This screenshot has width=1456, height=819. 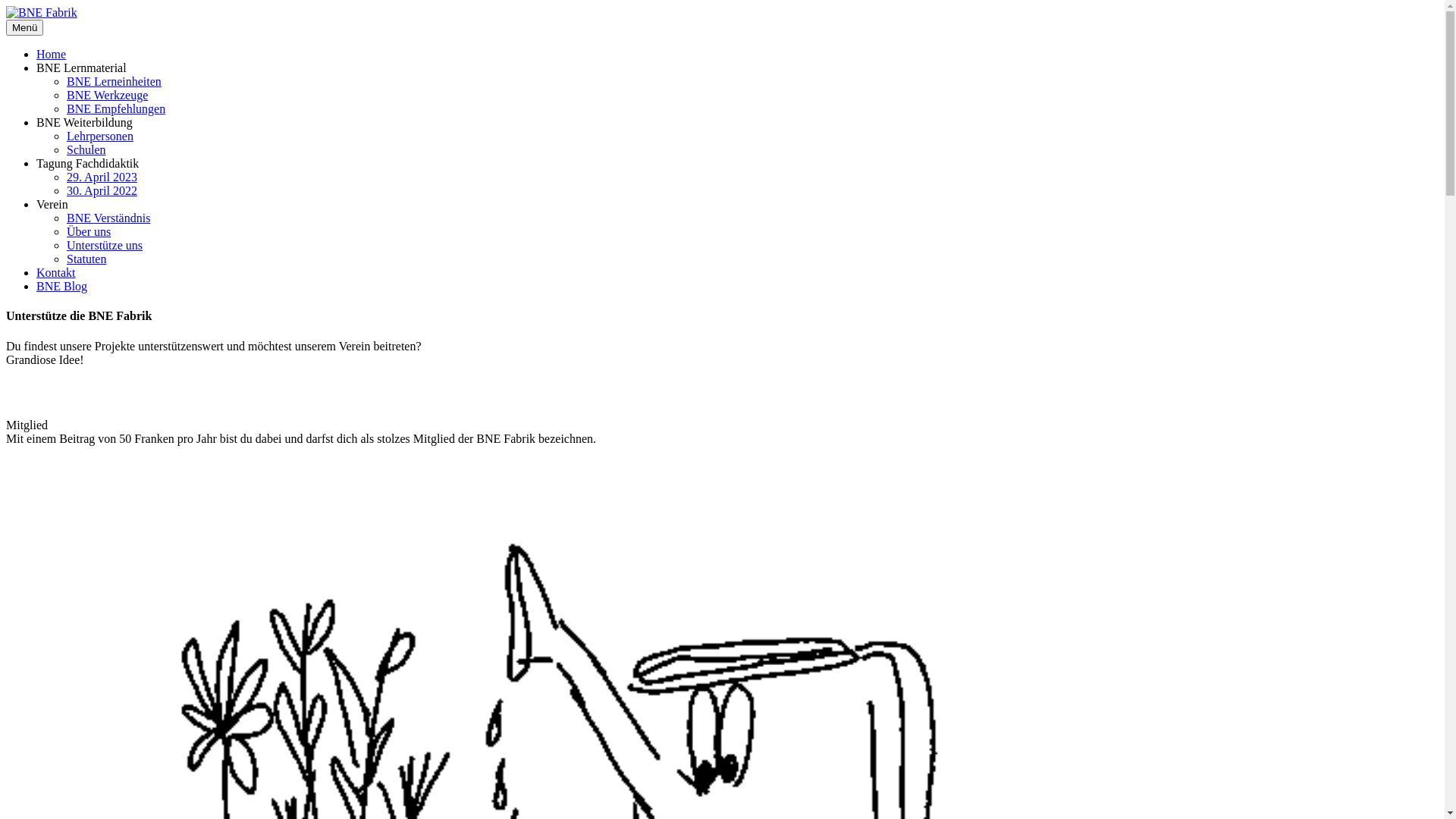 What do you see at coordinates (115, 108) in the screenshot?
I see `'BNE Empfehlungen'` at bounding box center [115, 108].